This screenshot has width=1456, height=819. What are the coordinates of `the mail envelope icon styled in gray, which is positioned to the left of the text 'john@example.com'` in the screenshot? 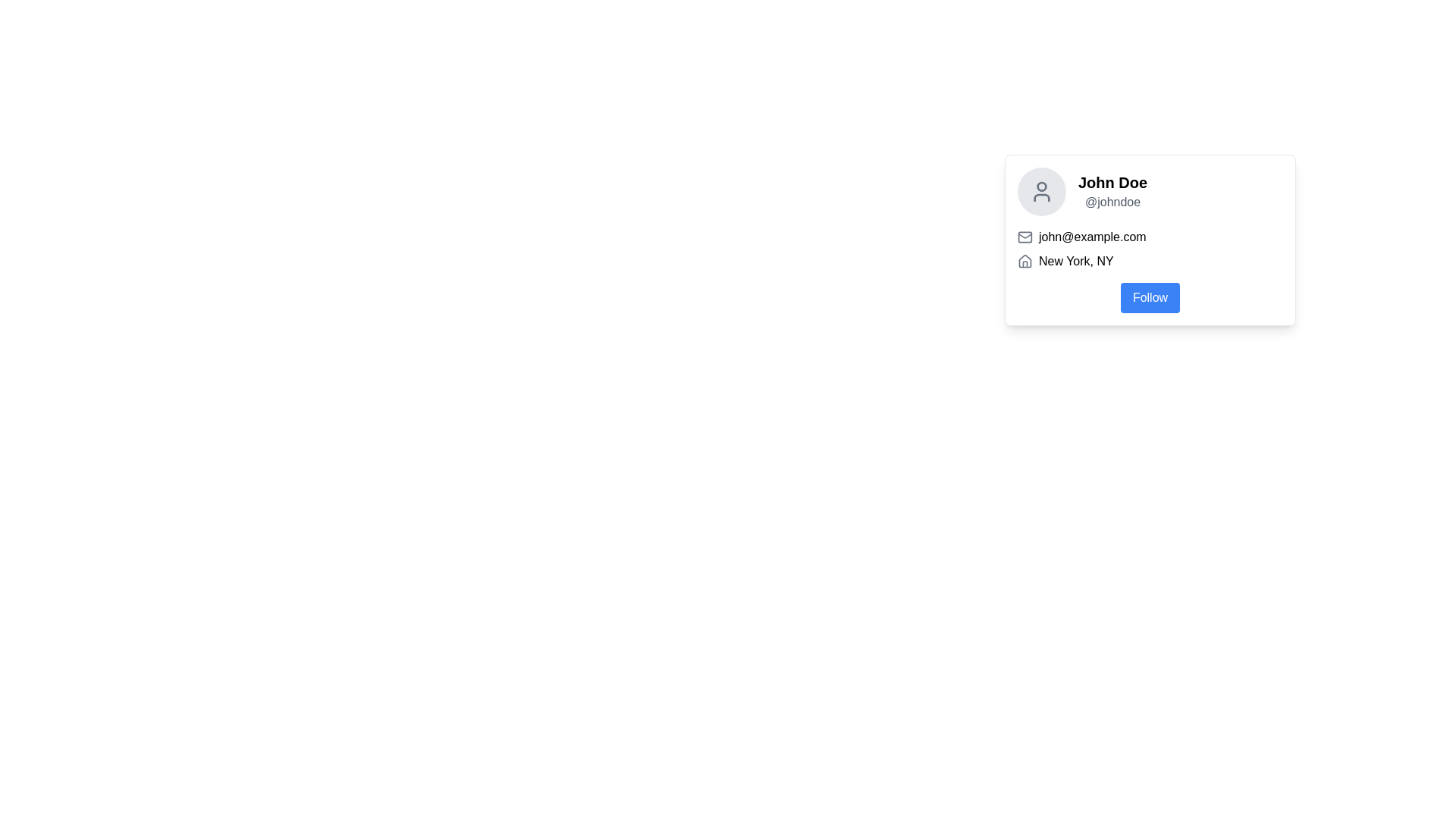 It's located at (1025, 237).